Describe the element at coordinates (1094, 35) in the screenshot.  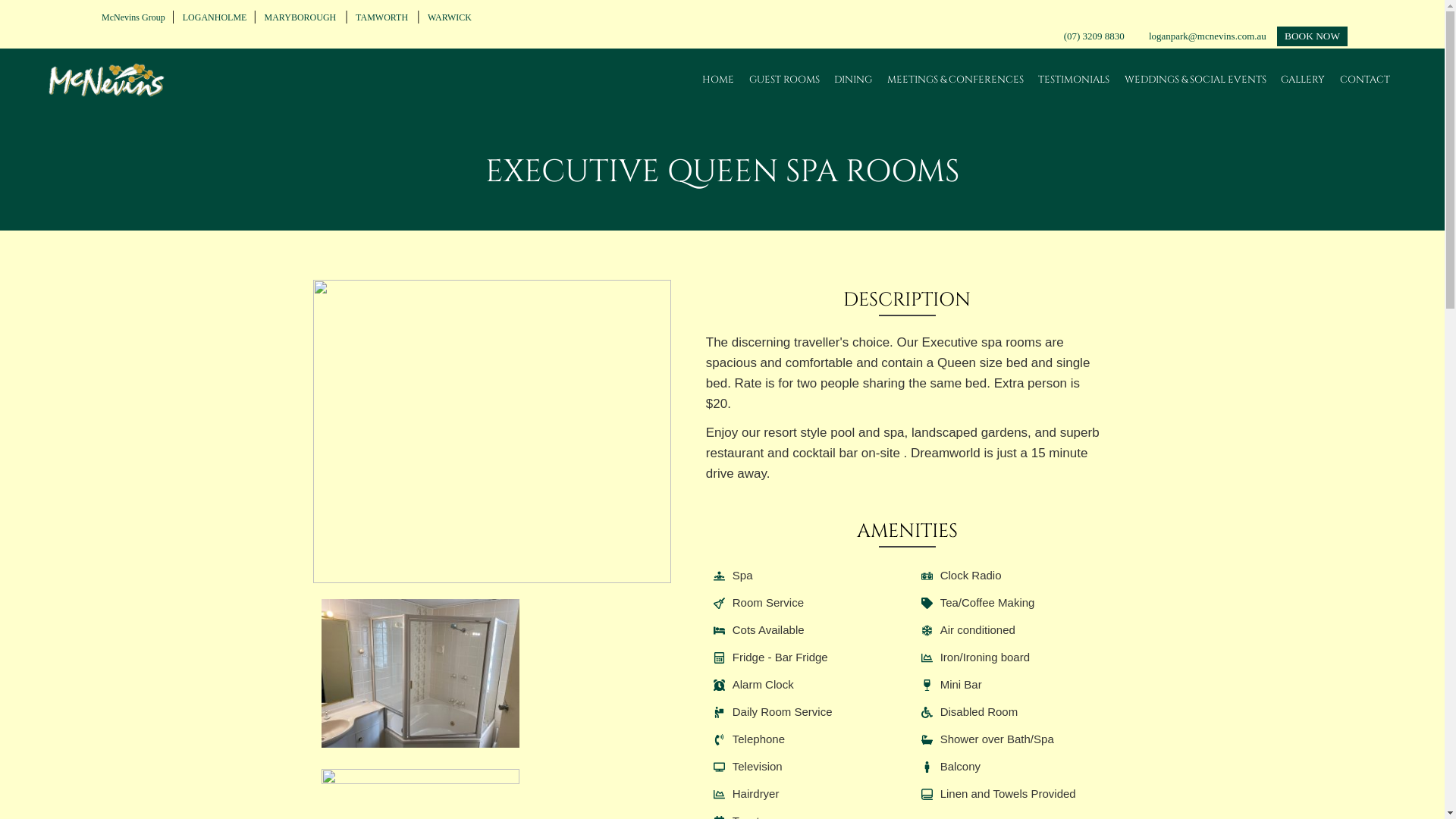
I see `'(07) 3209 8830'` at that location.